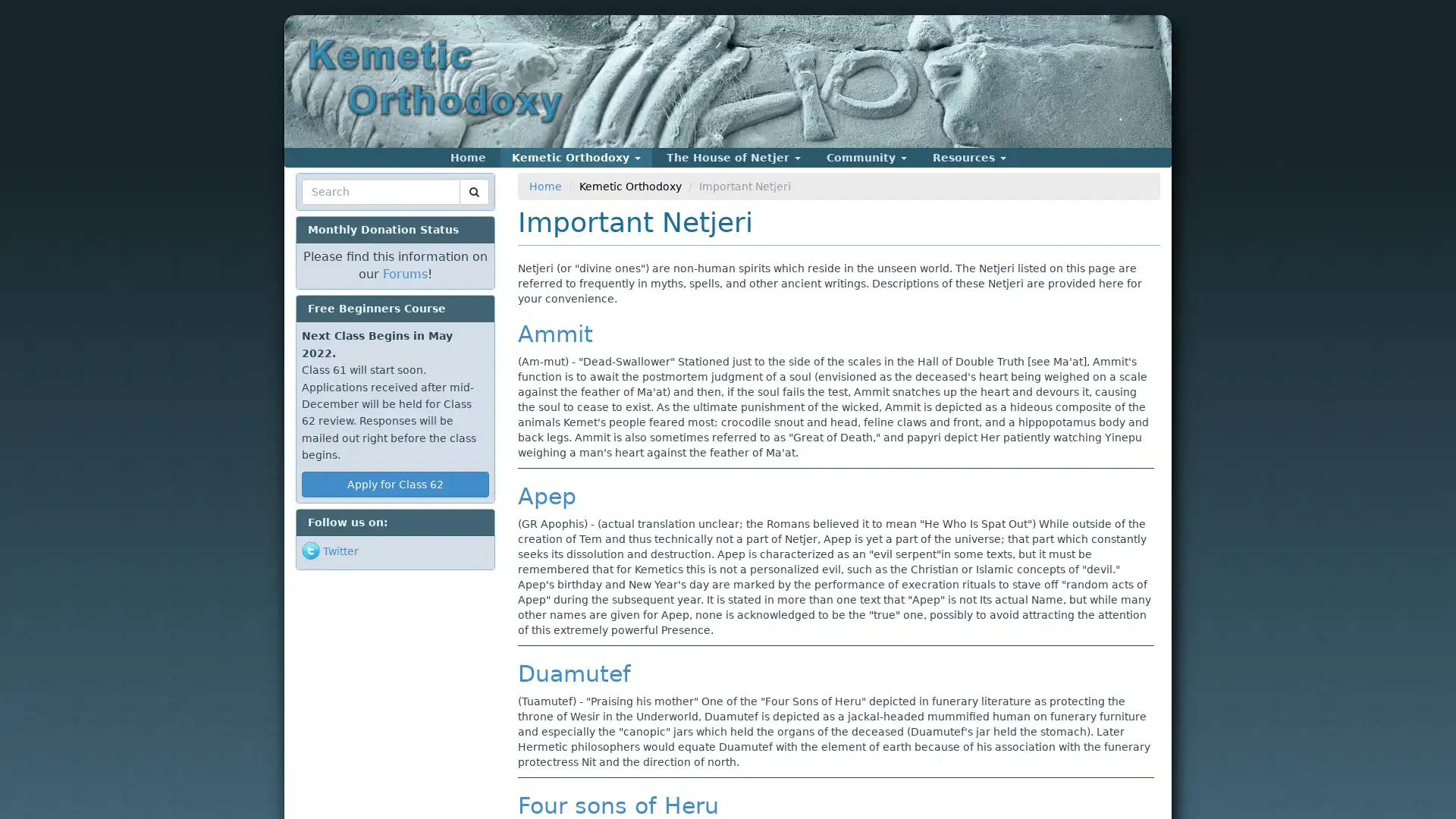 The height and width of the screenshot is (819, 1456). I want to click on Search, so click(330, 210).